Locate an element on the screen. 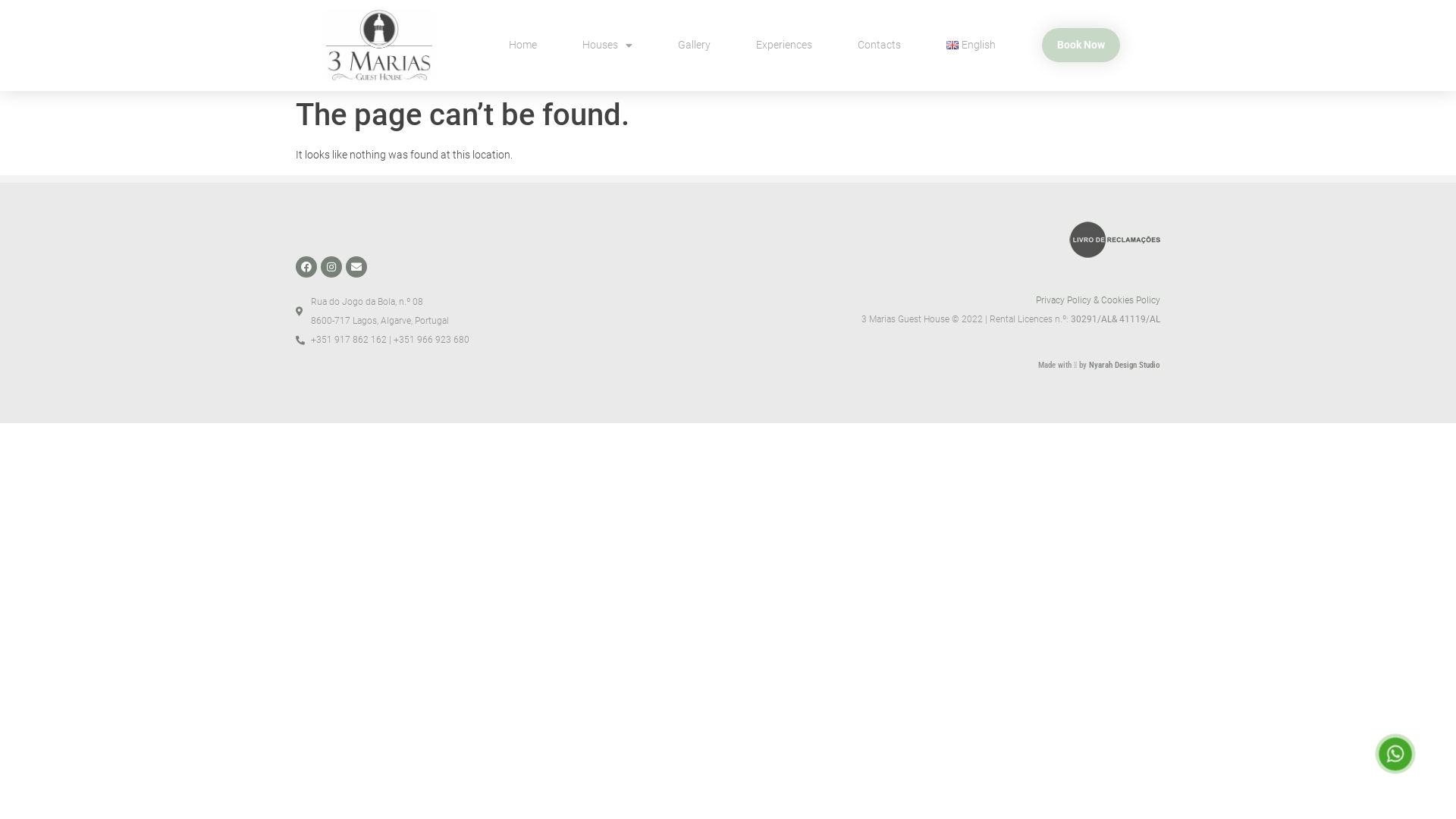  'Experiences' is located at coordinates (783, 44).